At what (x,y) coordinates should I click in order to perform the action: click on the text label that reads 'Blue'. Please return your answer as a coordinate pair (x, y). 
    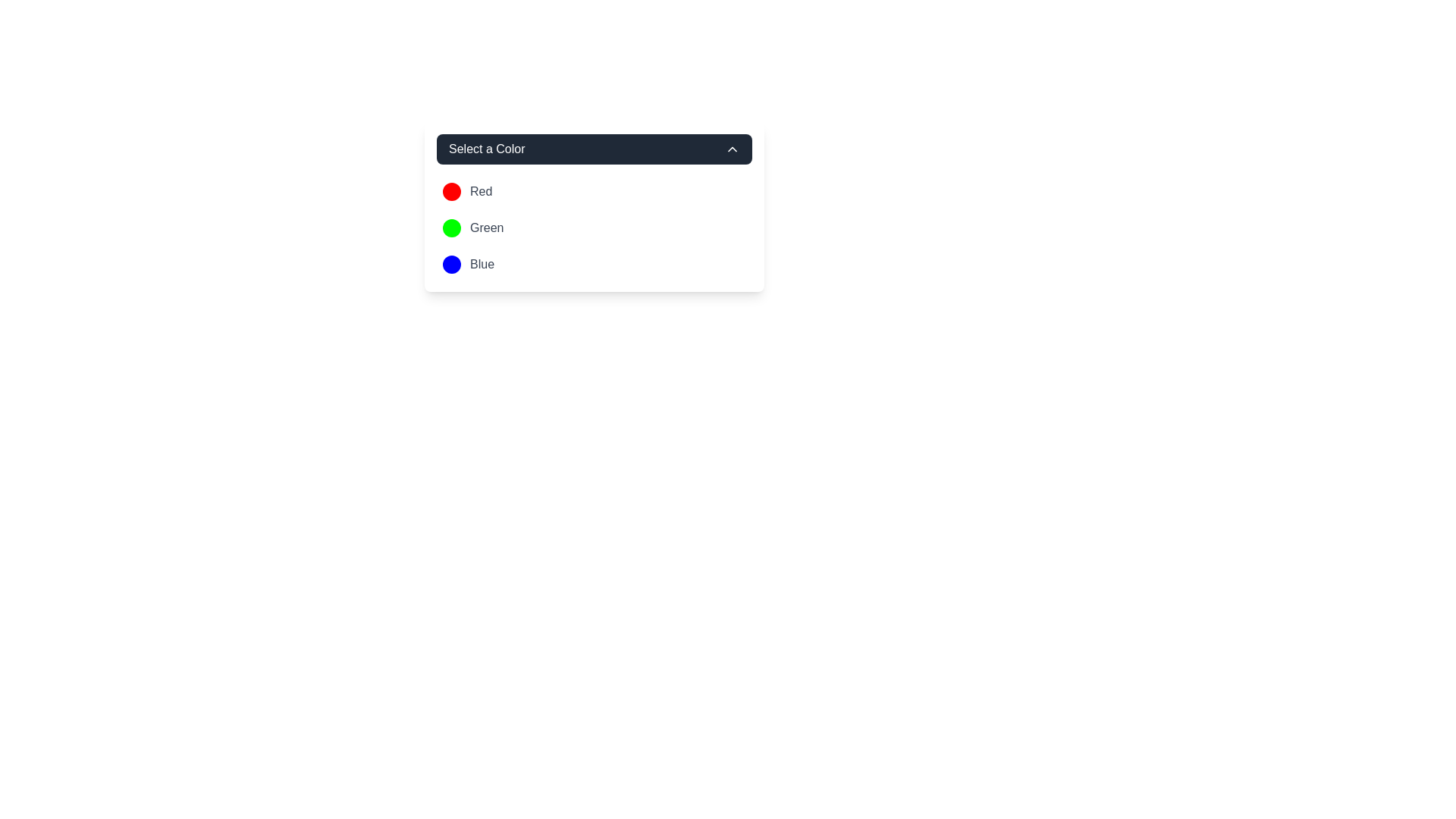
    Looking at the image, I should click on (481, 263).